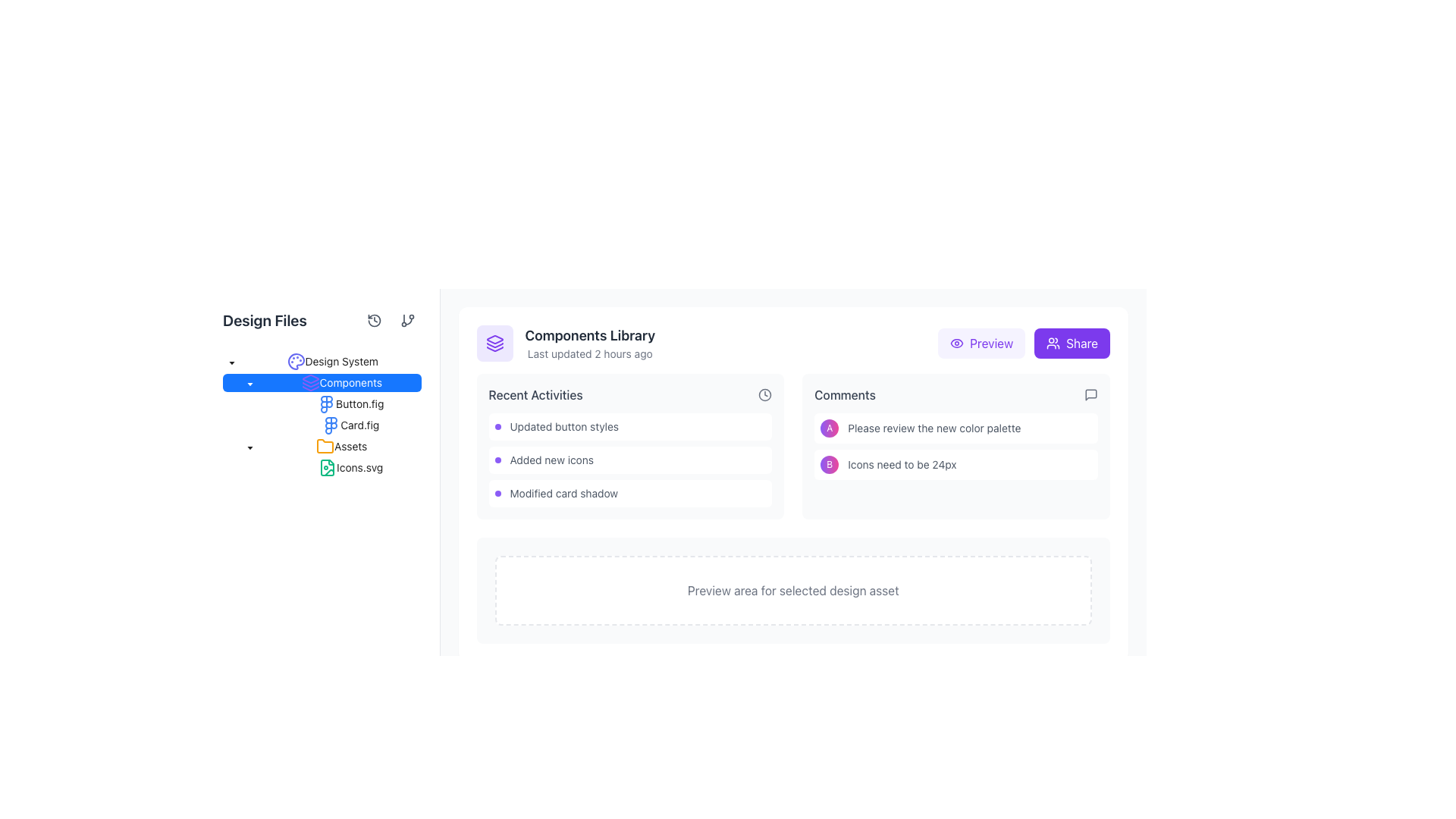  I want to click on the downward caret icon on the 'Components' Tree item in the file navigator, so click(321, 382).